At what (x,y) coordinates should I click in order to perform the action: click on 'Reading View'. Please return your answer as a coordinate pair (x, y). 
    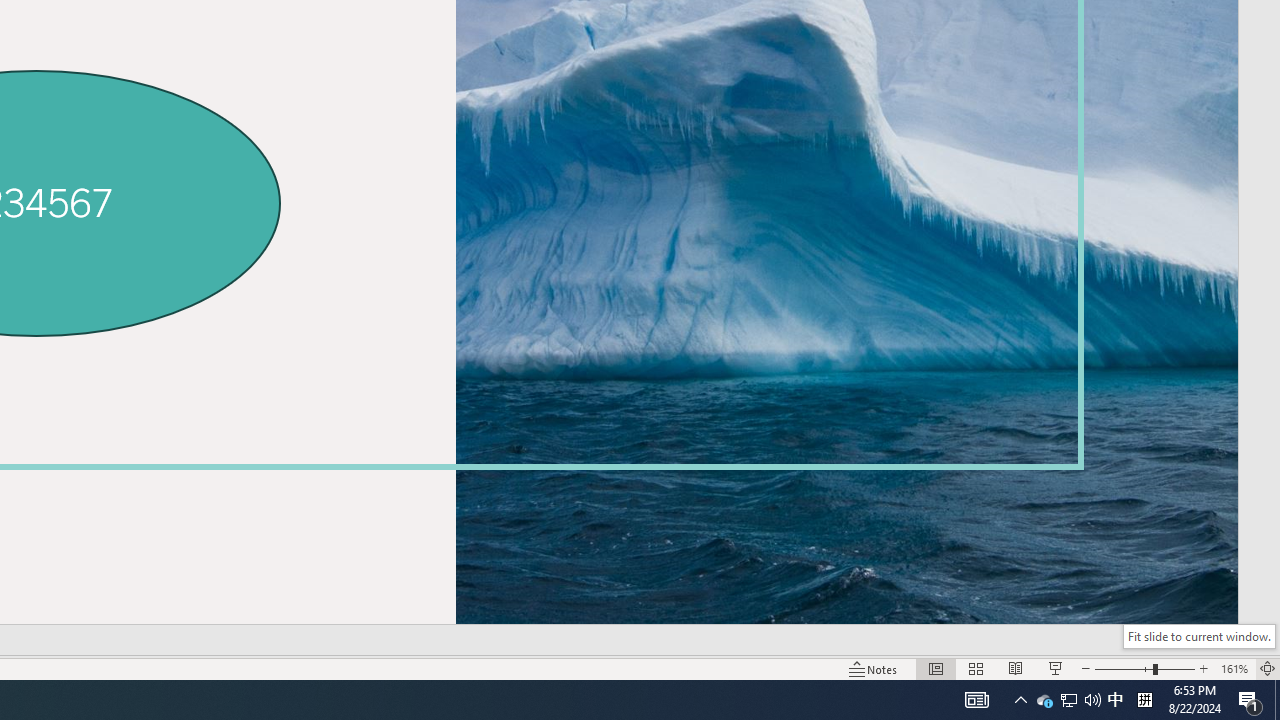
    Looking at the image, I should click on (1015, 669).